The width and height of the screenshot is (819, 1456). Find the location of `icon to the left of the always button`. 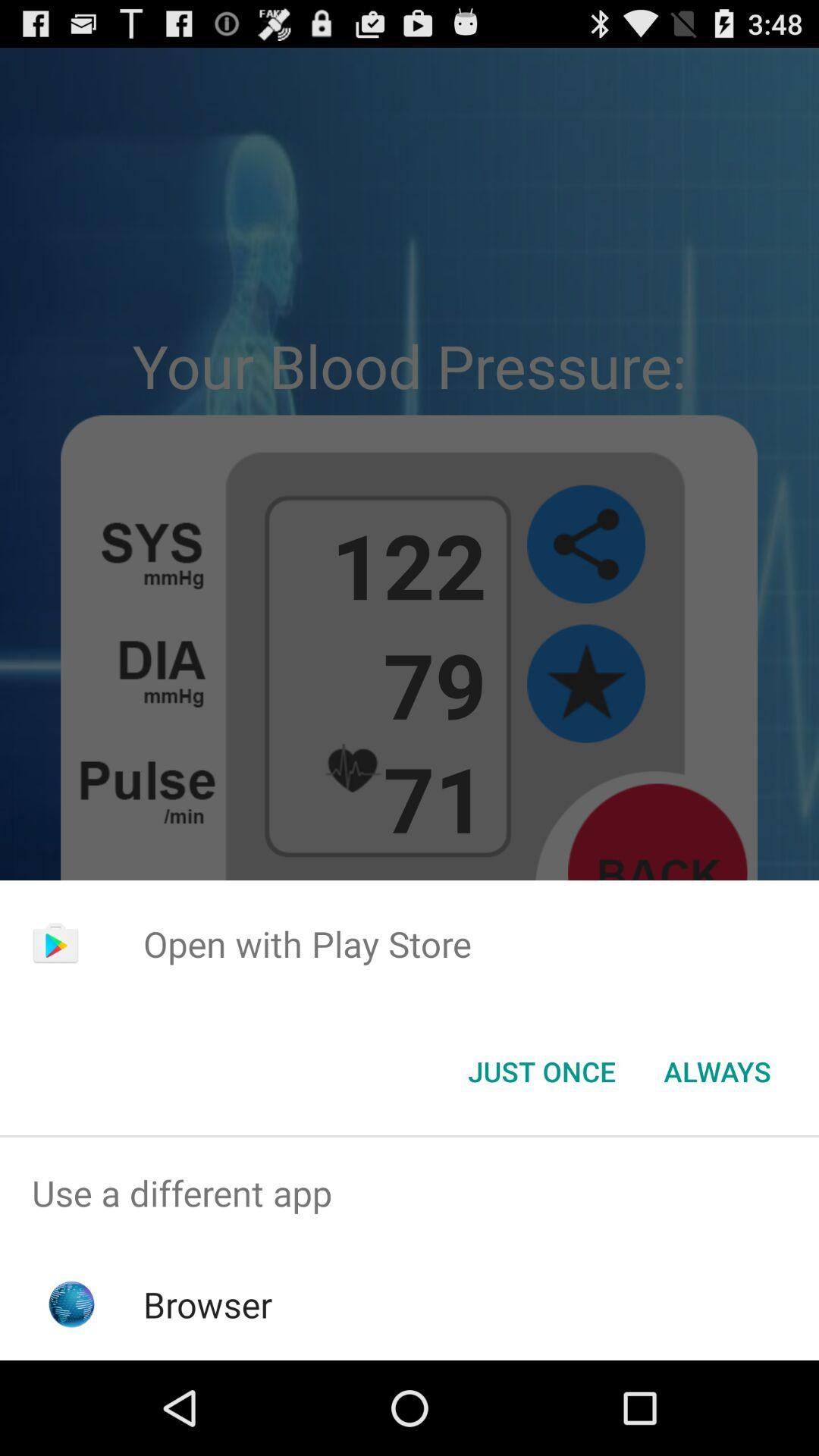

icon to the left of the always button is located at coordinates (541, 1070).